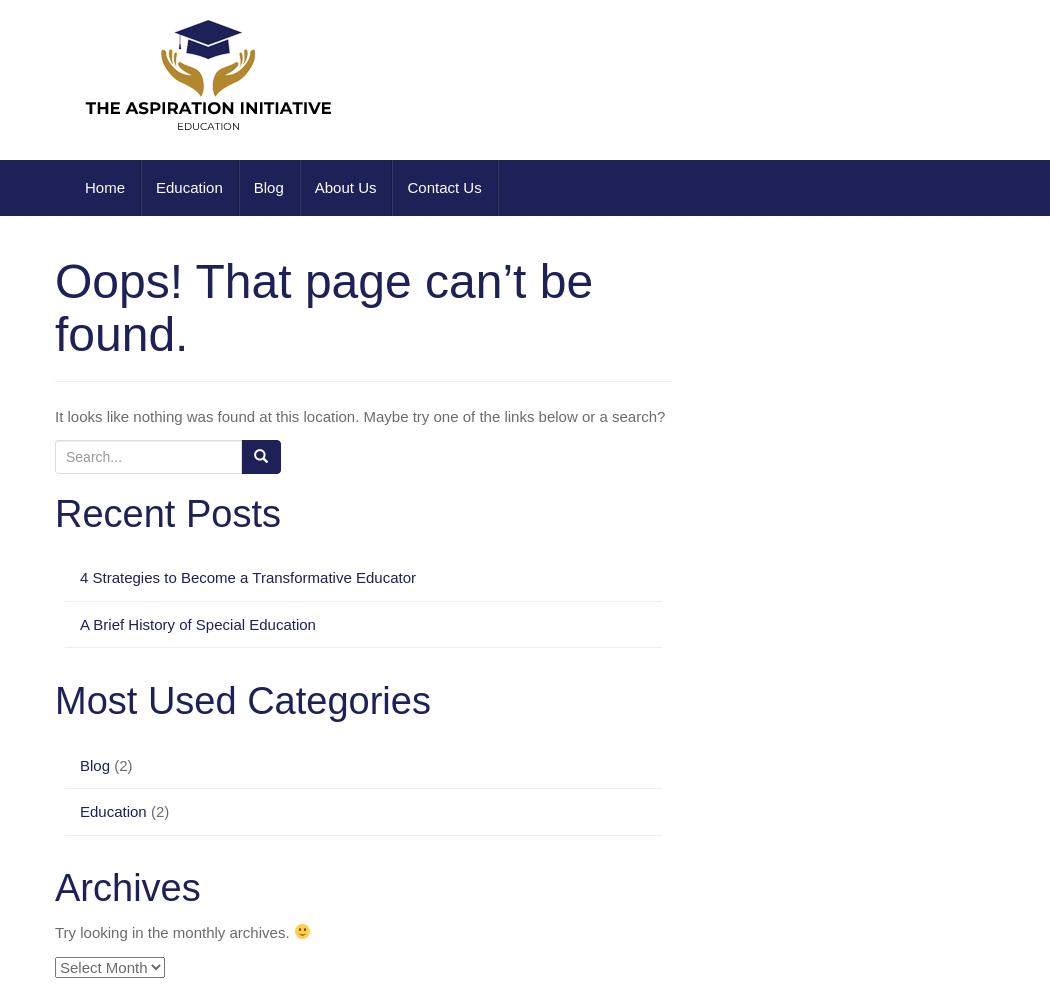 This screenshot has width=1050, height=1000. I want to click on 'Contact Us', so click(443, 187).